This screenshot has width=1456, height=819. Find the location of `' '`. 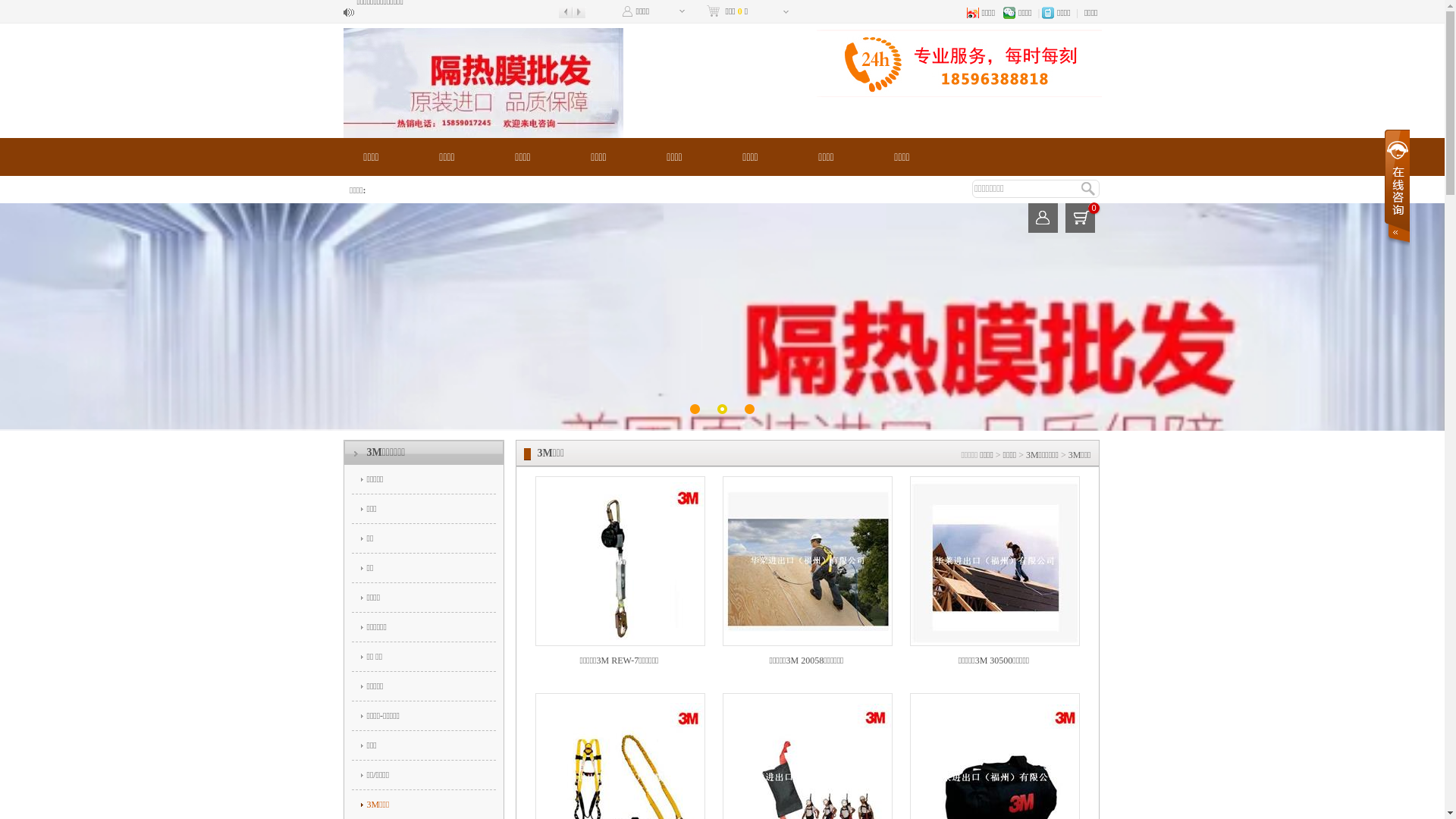

' ' is located at coordinates (1042, 218).